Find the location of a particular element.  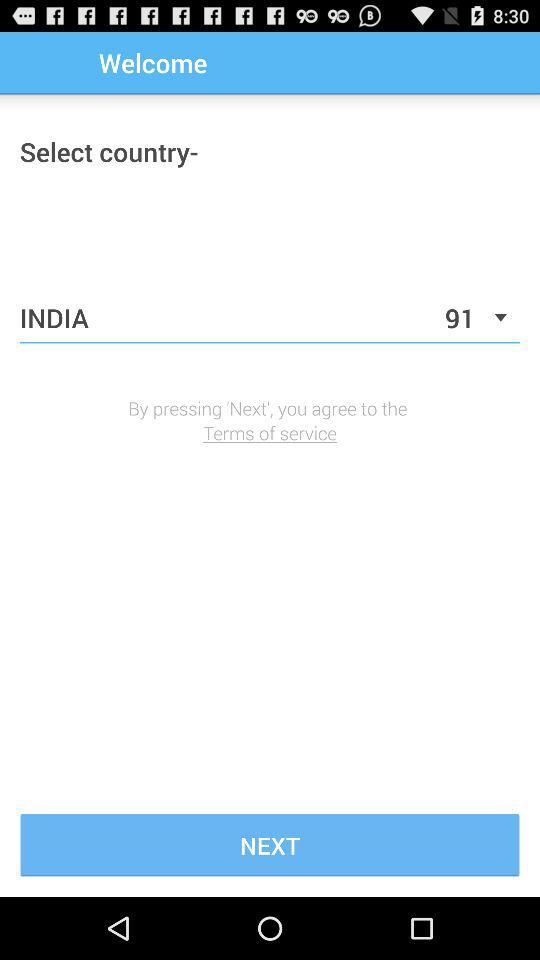

the icon below by pressing next is located at coordinates (270, 433).